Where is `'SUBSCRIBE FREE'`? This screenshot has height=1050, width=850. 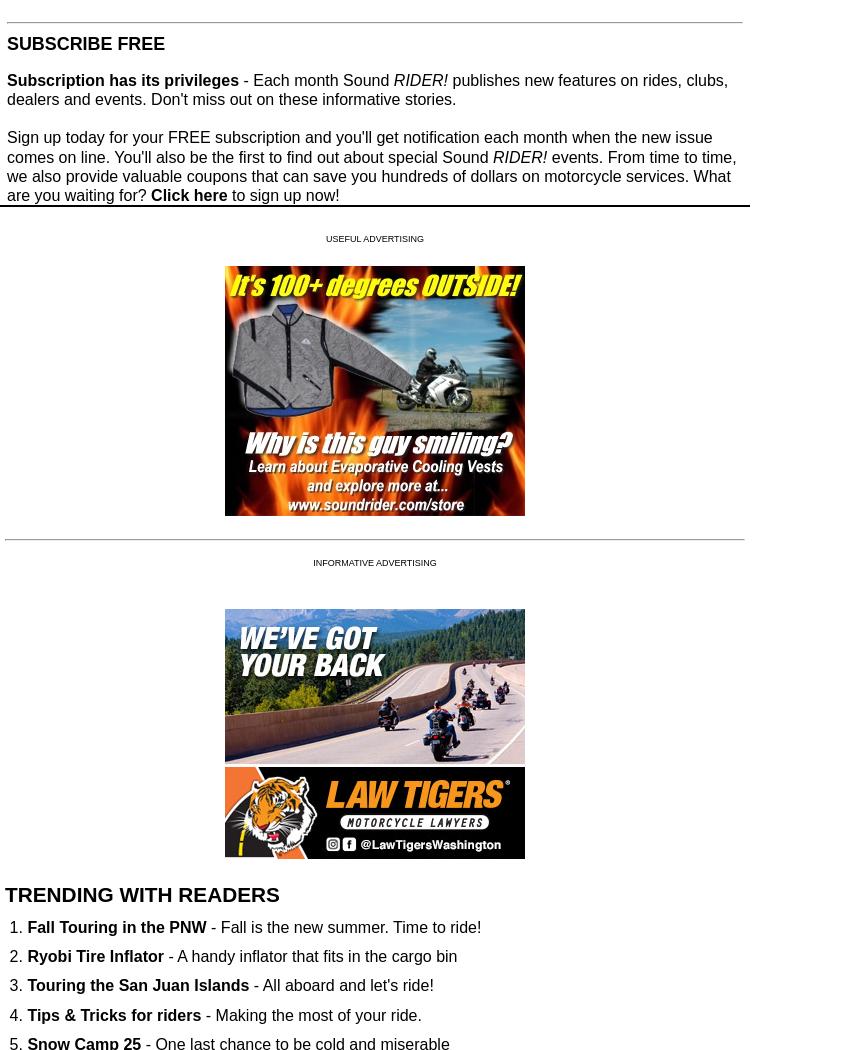 'SUBSCRIBE FREE' is located at coordinates (85, 42).